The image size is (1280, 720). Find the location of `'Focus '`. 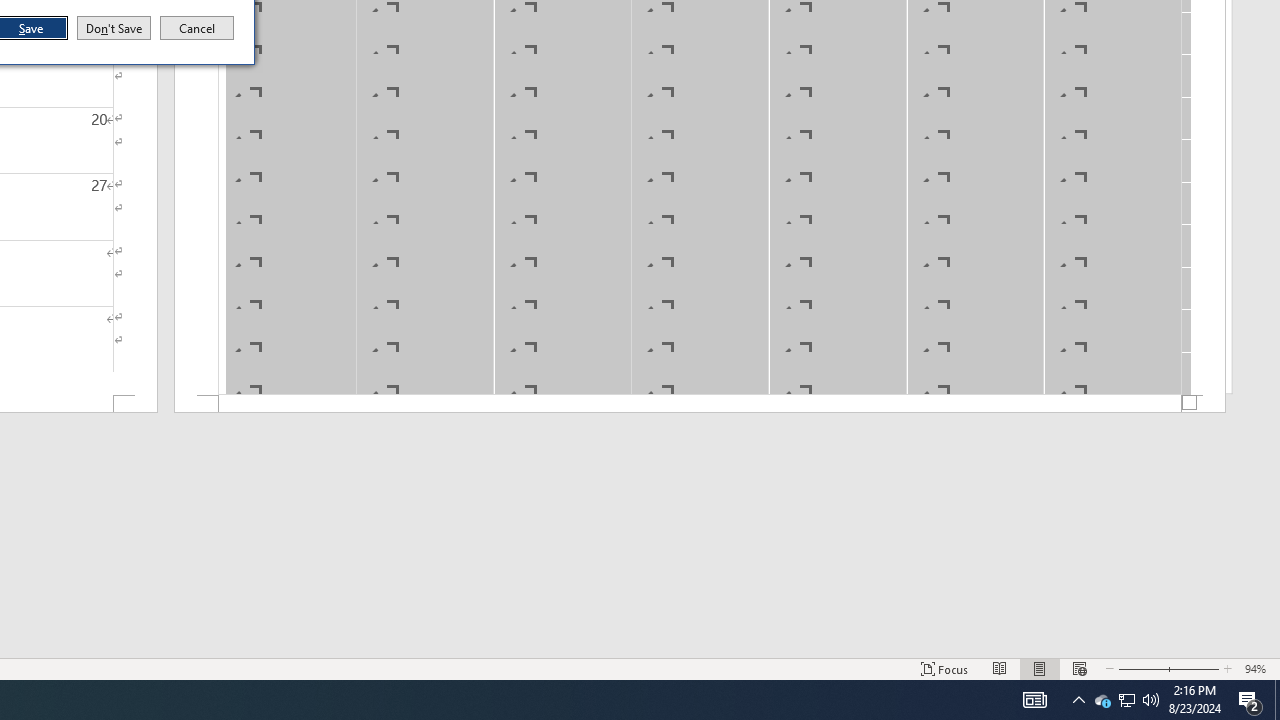

'Focus ' is located at coordinates (943, 669).